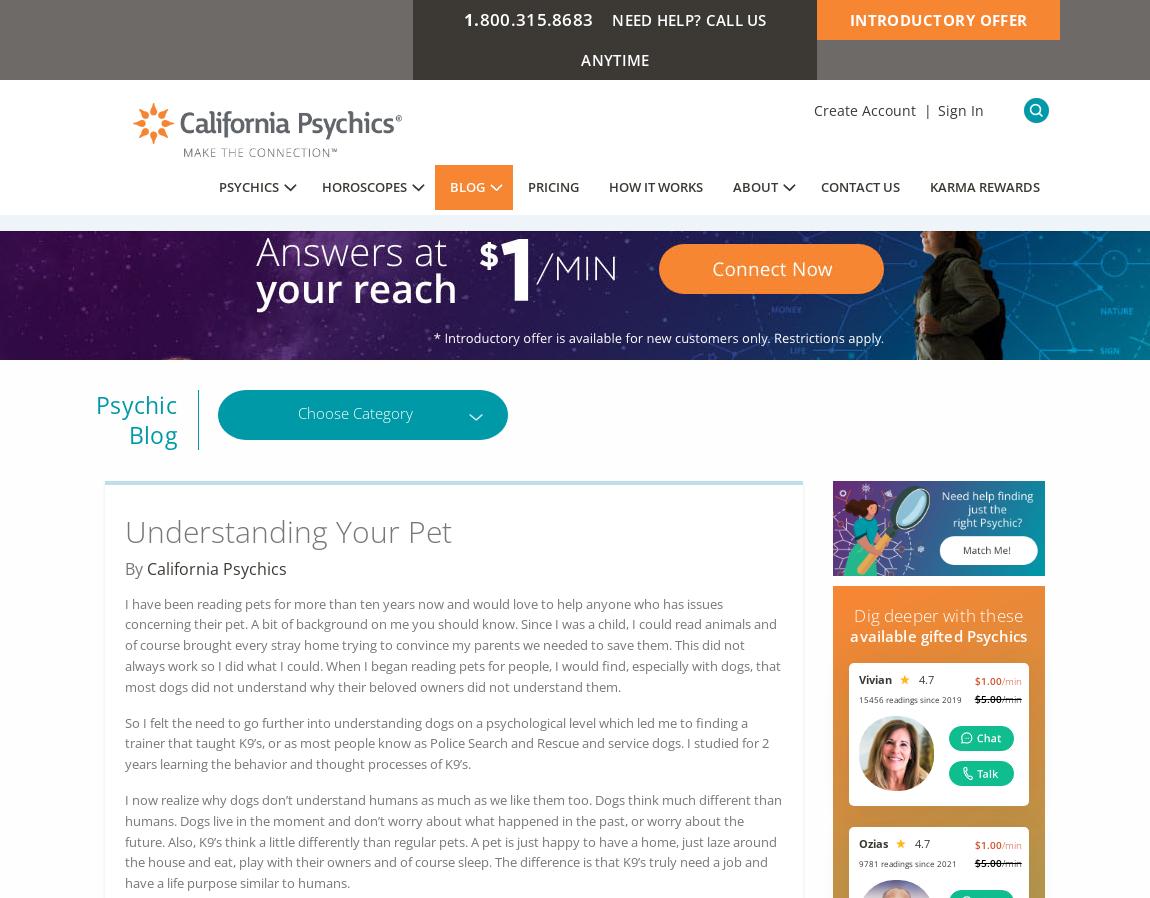  Describe the element at coordinates (453, 841) in the screenshot. I see `'I now realize why dogs don’t understand humans as much as we like them too. Dogs think much different than humans. Dogs live in the moment and don’t worry about what happened in the past, or worry about the future. Also, K9’s think a little differently than regular pets. A pet is just happy to have a home, just laze around the house and eat, play with their owners and of course sleep. The difference is that K9’s truly need a job and have a life purpose similar to humans.'` at that location.